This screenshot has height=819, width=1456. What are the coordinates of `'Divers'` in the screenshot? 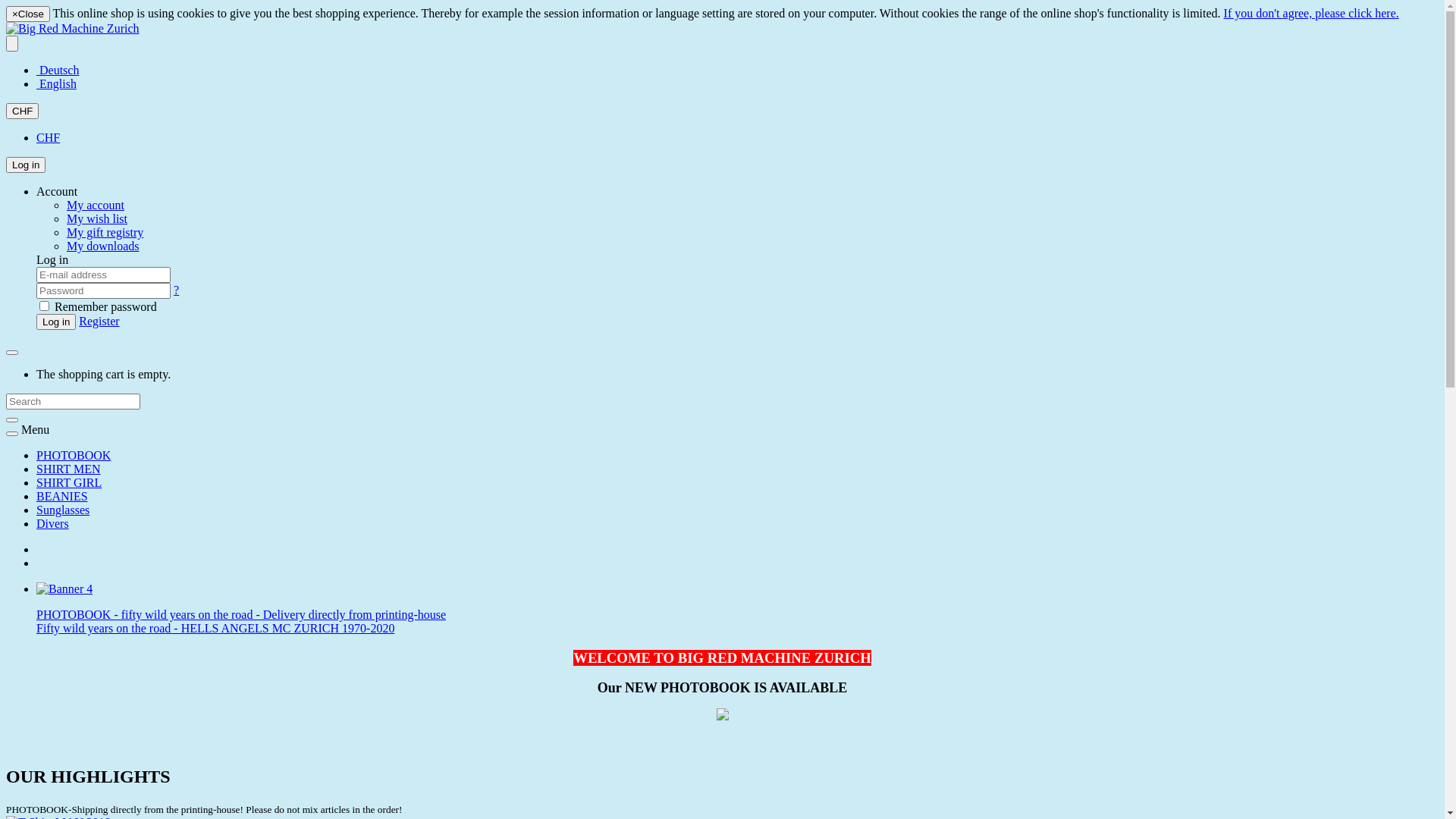 It's located at (52, 522).